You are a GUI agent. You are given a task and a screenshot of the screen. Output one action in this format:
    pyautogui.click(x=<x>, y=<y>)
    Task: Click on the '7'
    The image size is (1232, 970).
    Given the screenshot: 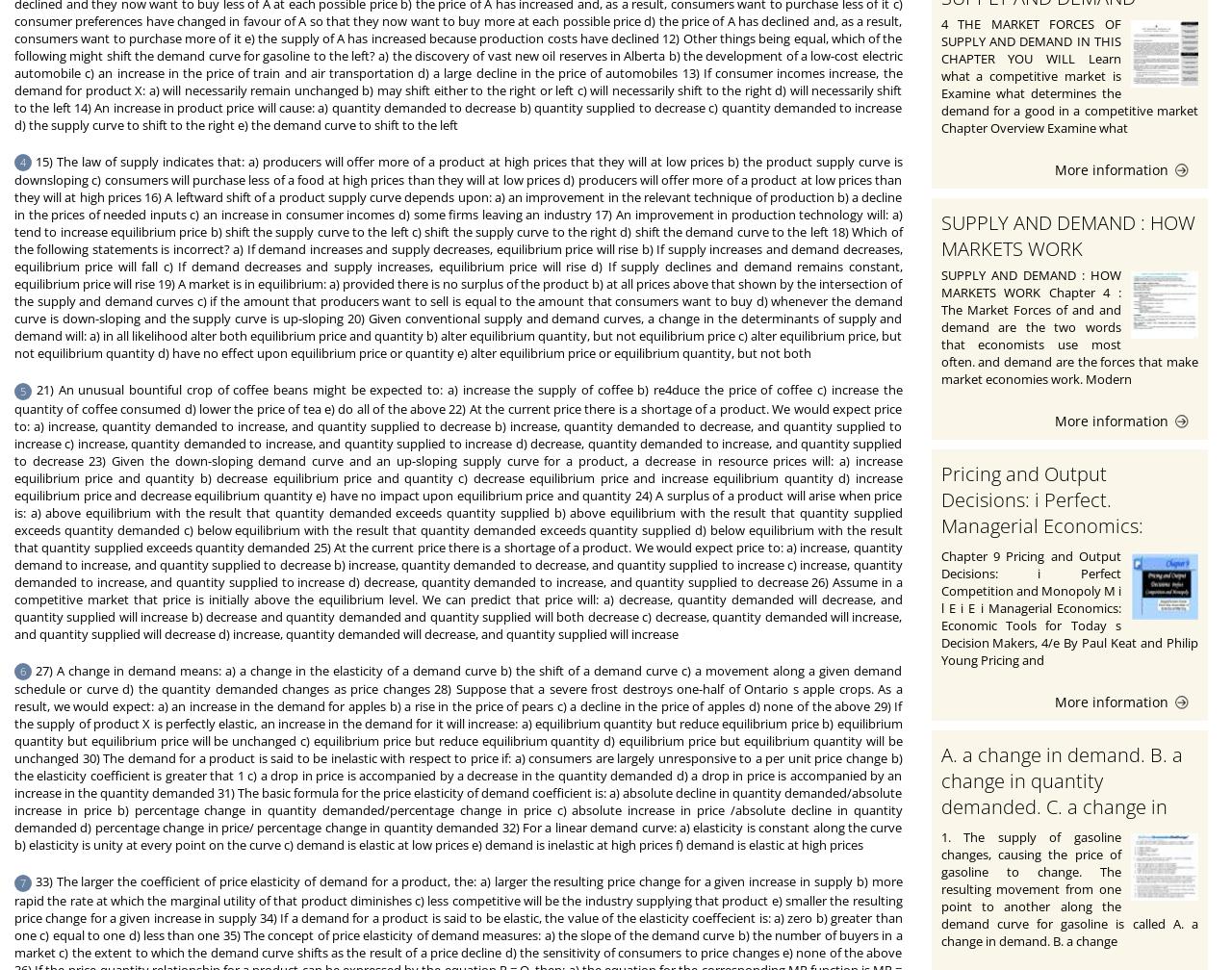 What is the action you would take?
    pyautogui.click(x=23, y=881)
    